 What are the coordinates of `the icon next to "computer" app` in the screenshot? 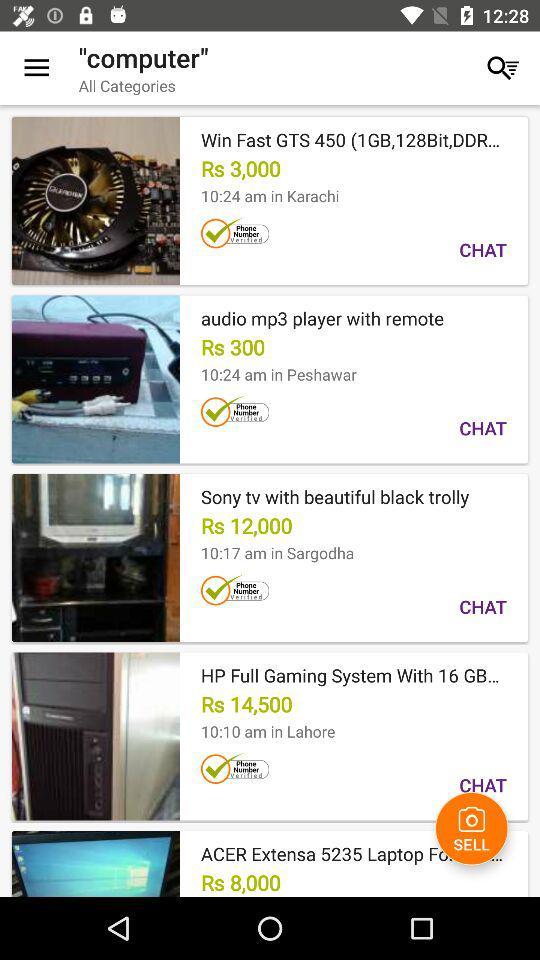 It's located at (502, 68).